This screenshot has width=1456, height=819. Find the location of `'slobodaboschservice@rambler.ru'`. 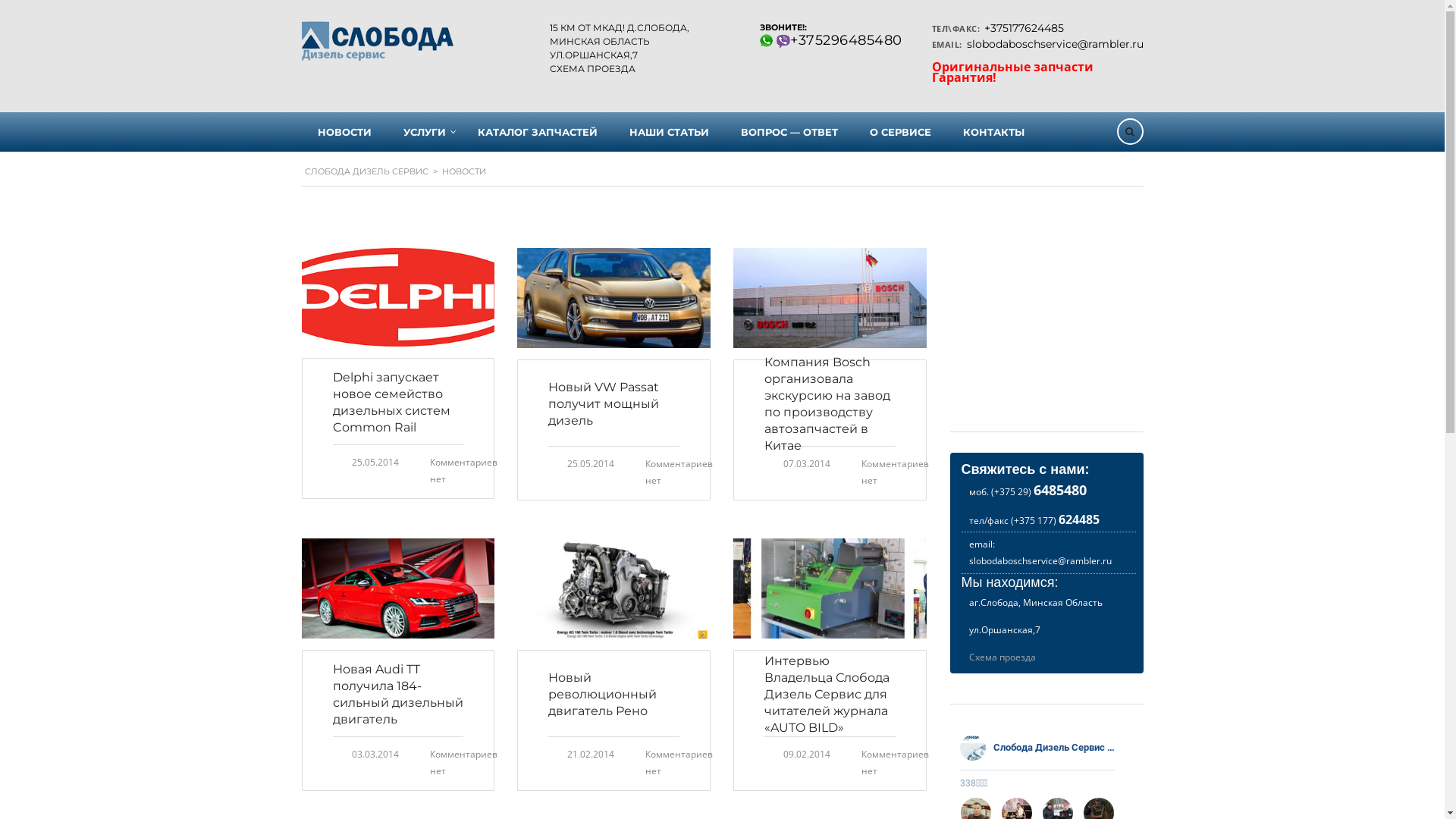

'slobodaboschservice@rambler.ru' is located at coordinates (1040, 560).